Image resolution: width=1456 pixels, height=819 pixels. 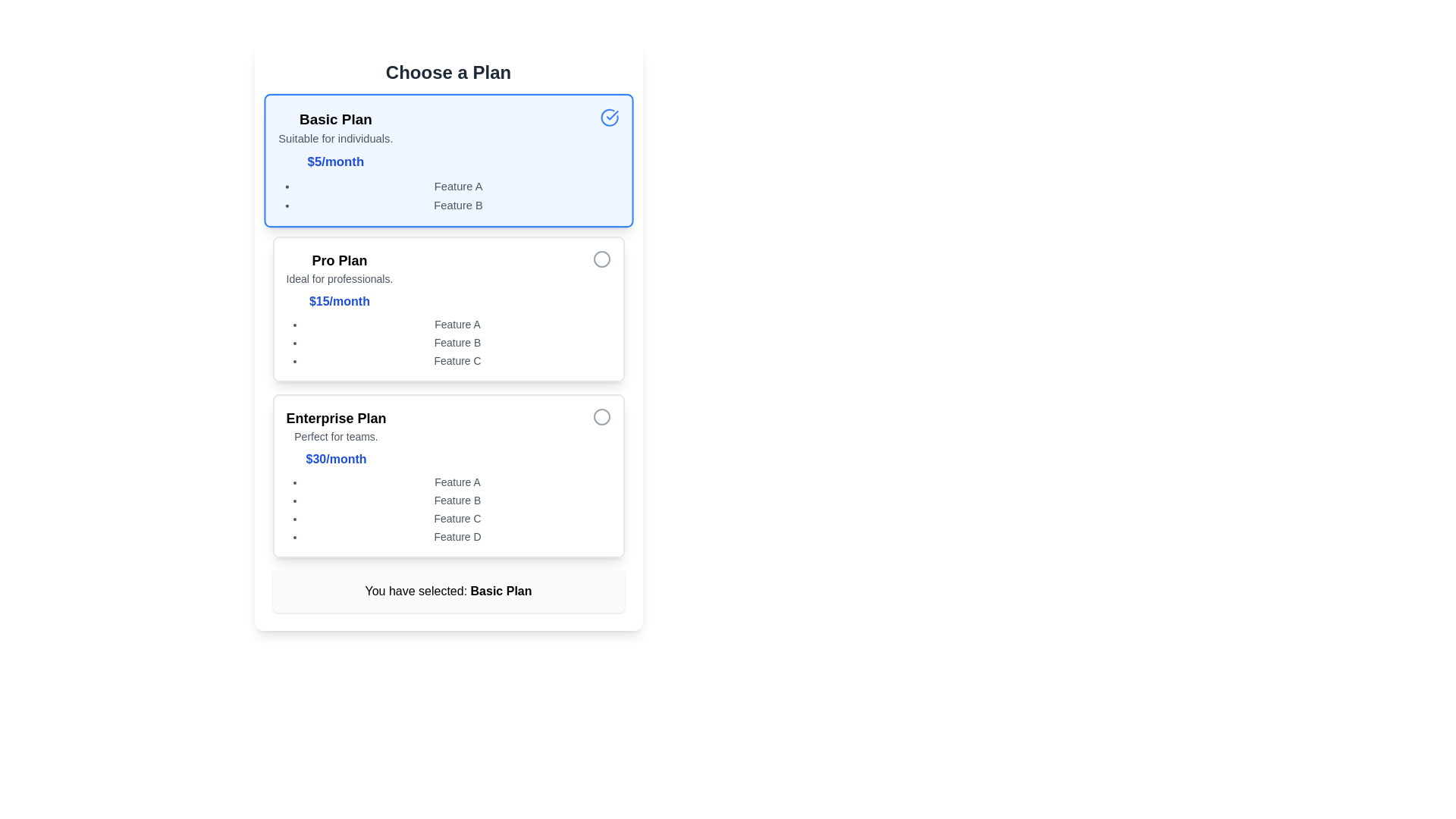 I want to click on informational text element representing Feature C in the Enterprise Plan, located in the third position of a vertically stacked list between Feature B and Feature D, so click(x=457, y=517).